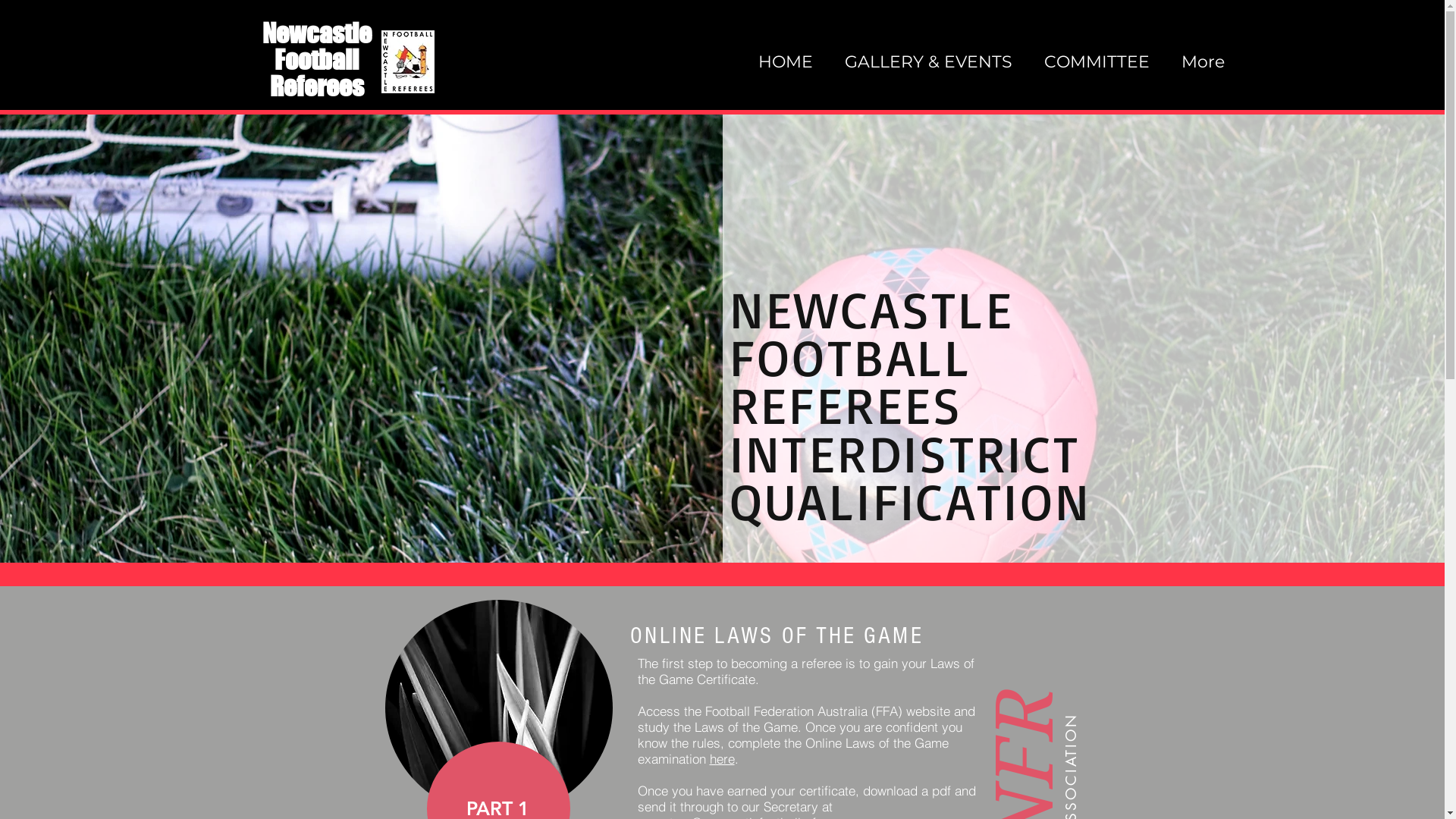 The image size is (1456, 819). Describe the element at coordinates (1101, 61) in the screenshot. I see `'COMMITTEE'` at that location.